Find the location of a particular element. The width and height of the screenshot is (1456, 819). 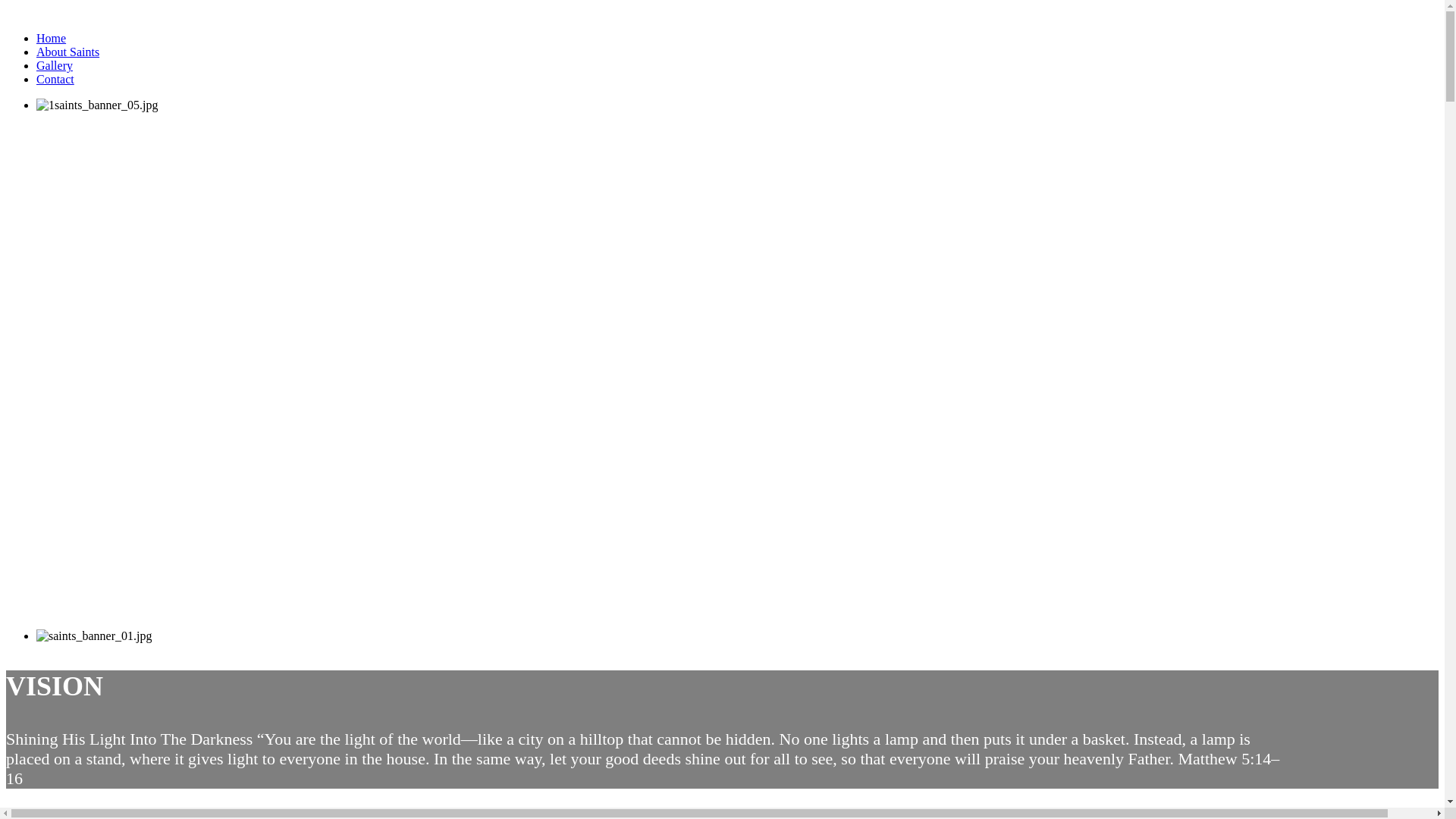

'Gallery' is located at coordinates (55, 64).